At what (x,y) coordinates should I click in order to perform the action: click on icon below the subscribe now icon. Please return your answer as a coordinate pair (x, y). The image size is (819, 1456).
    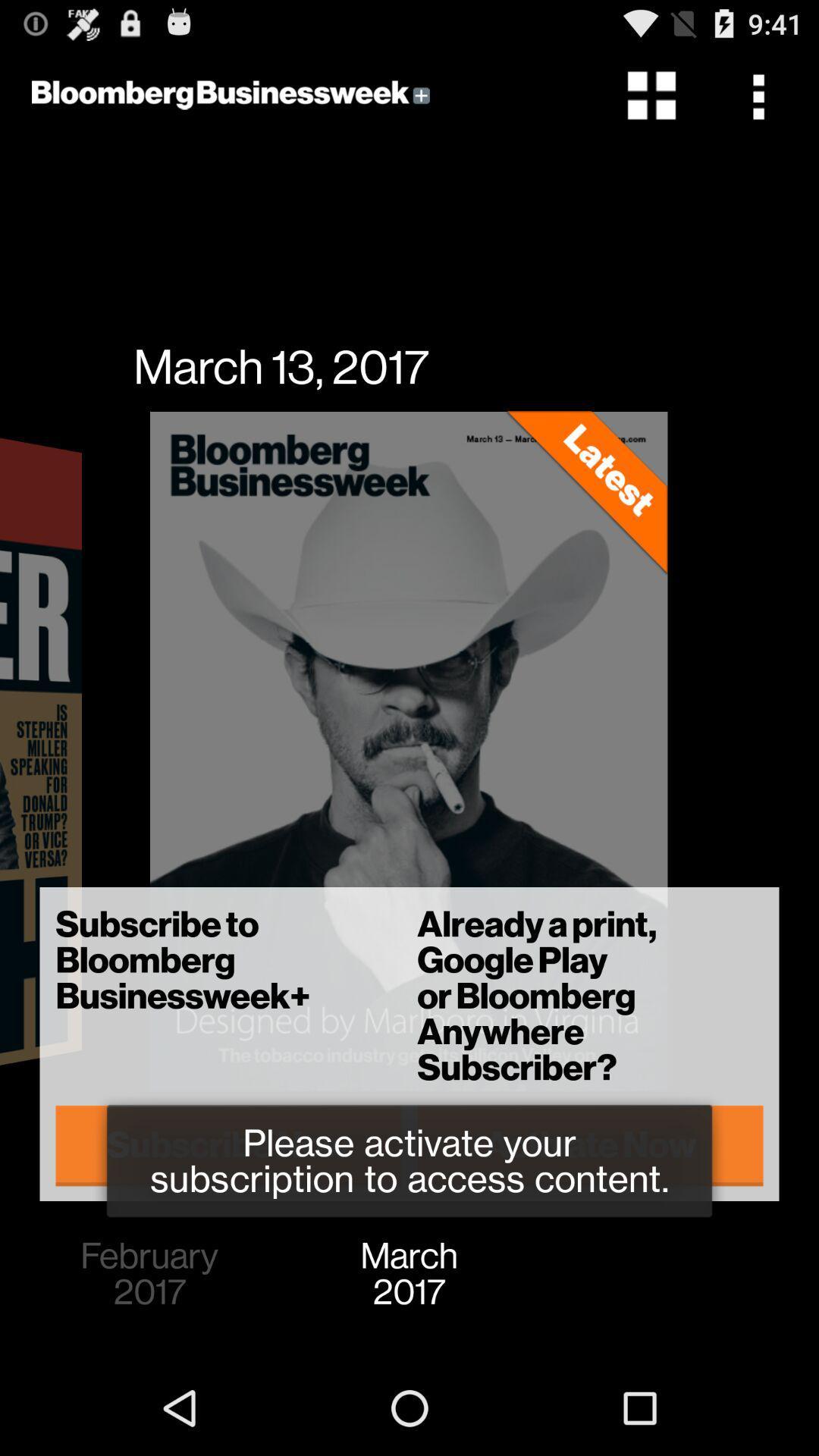
    Looking at the image, I should click on (149, 1274).